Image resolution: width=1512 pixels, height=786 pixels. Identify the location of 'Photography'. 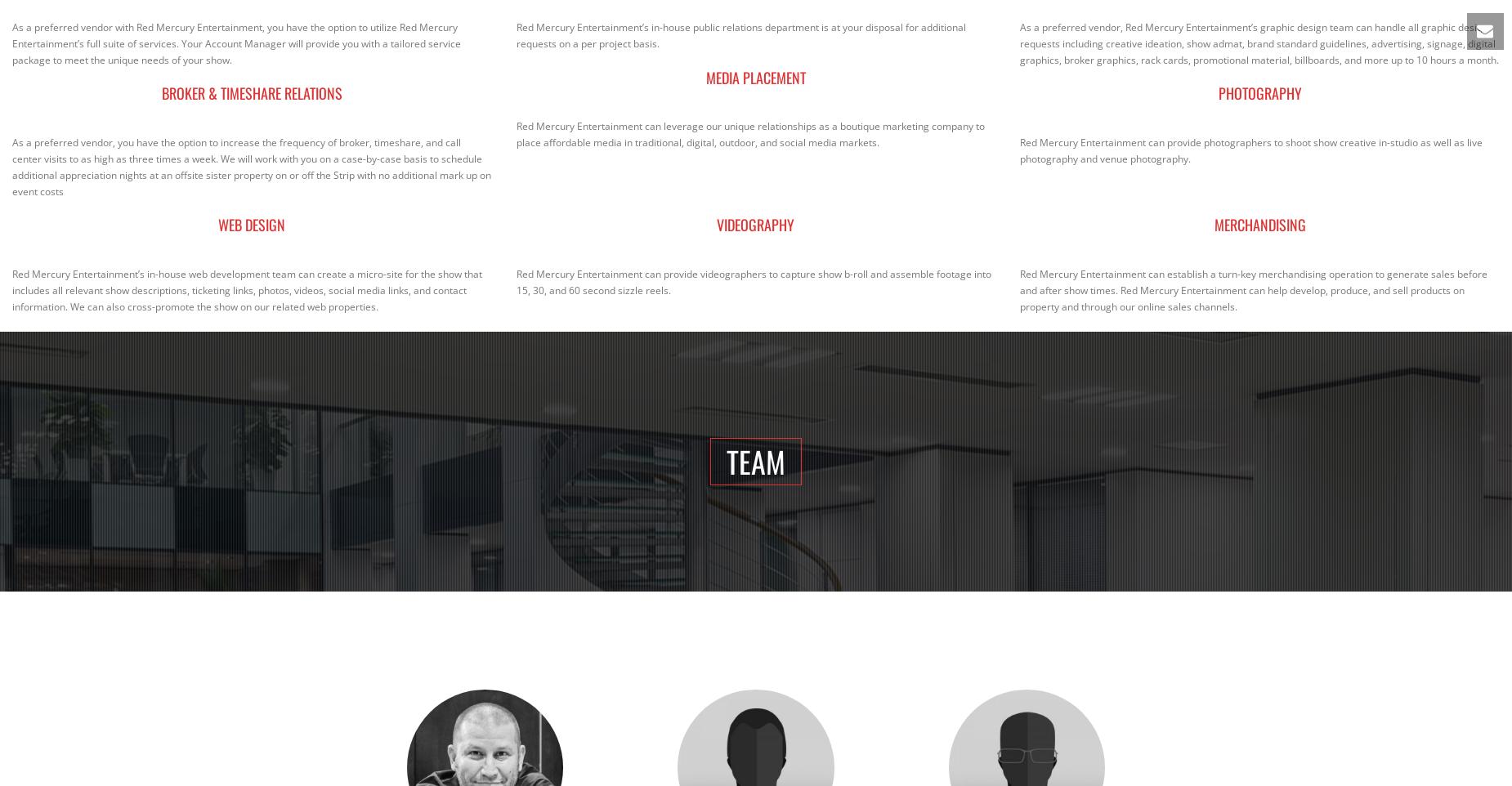
(1259, 92).